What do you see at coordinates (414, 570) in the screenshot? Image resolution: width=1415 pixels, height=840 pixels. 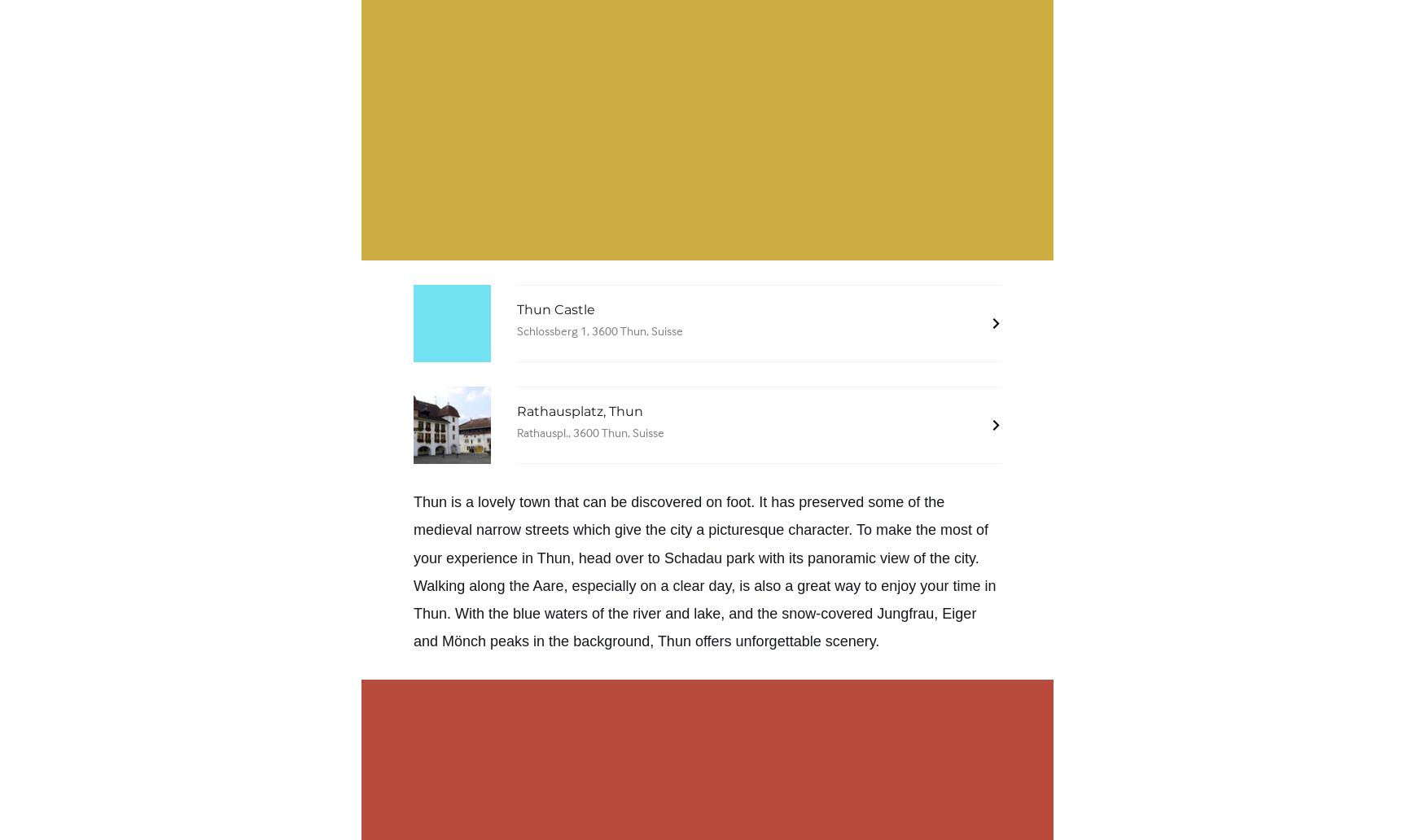 I see `'. Walking along the'` at bounding box center [414, 570].